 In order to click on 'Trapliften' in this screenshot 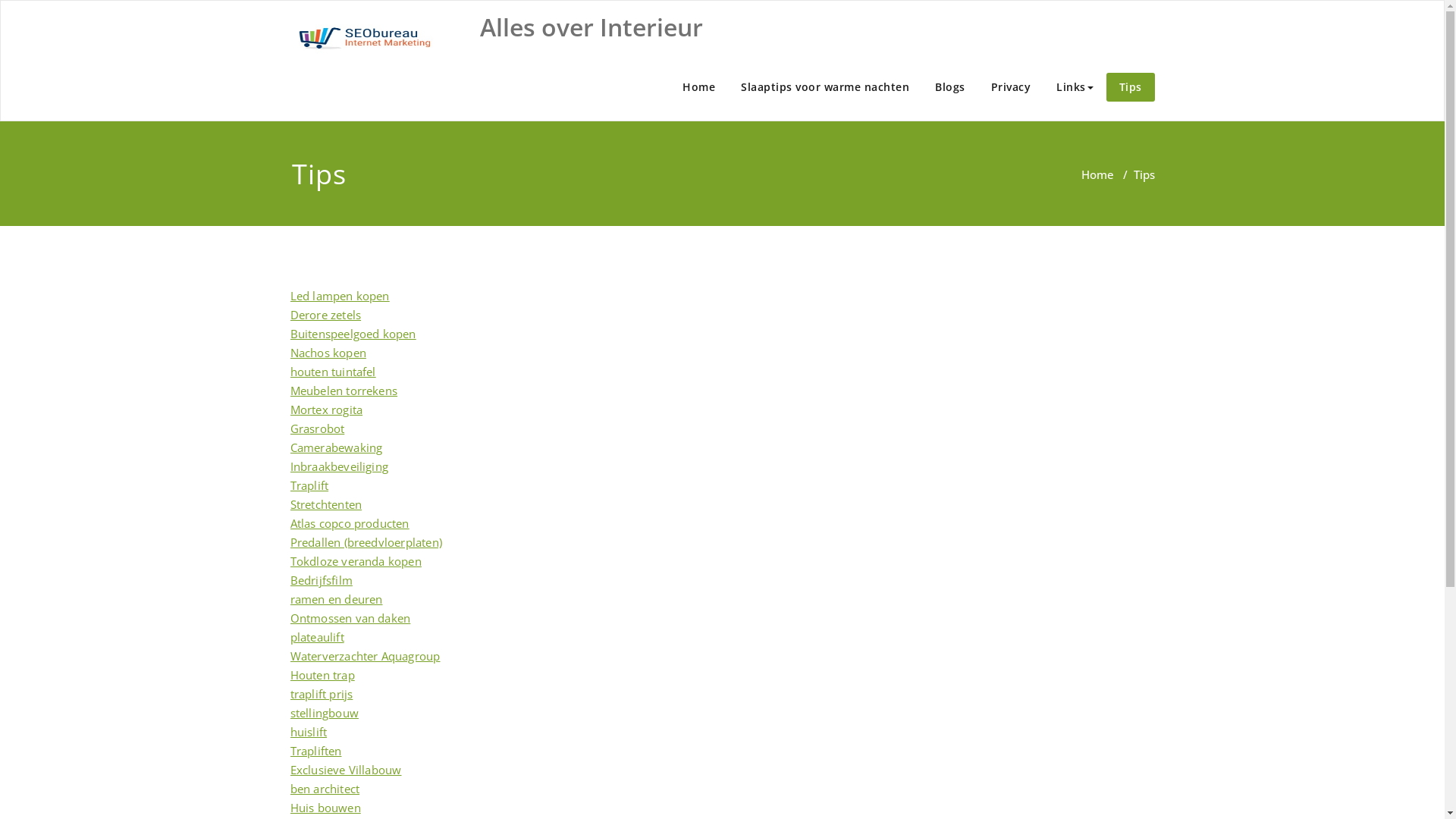, I will do `click(315, 751)`.